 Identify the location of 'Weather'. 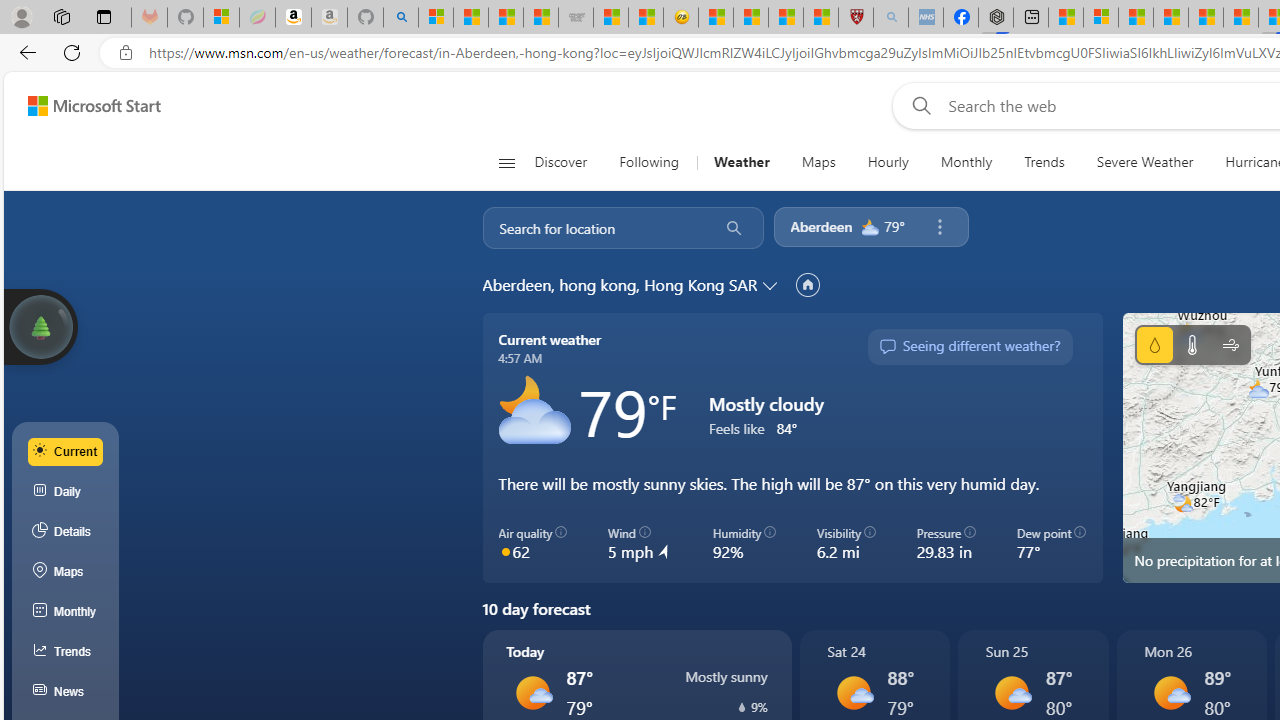
(740, 162).